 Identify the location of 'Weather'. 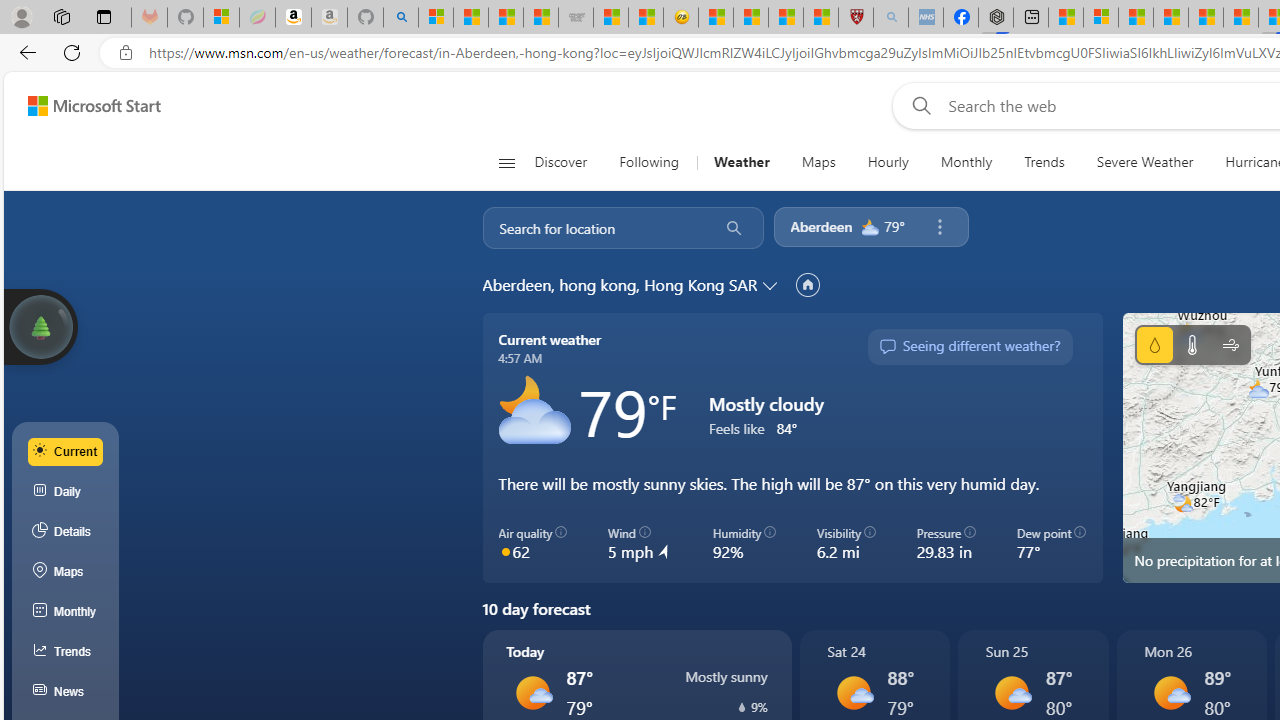
(740, 162).